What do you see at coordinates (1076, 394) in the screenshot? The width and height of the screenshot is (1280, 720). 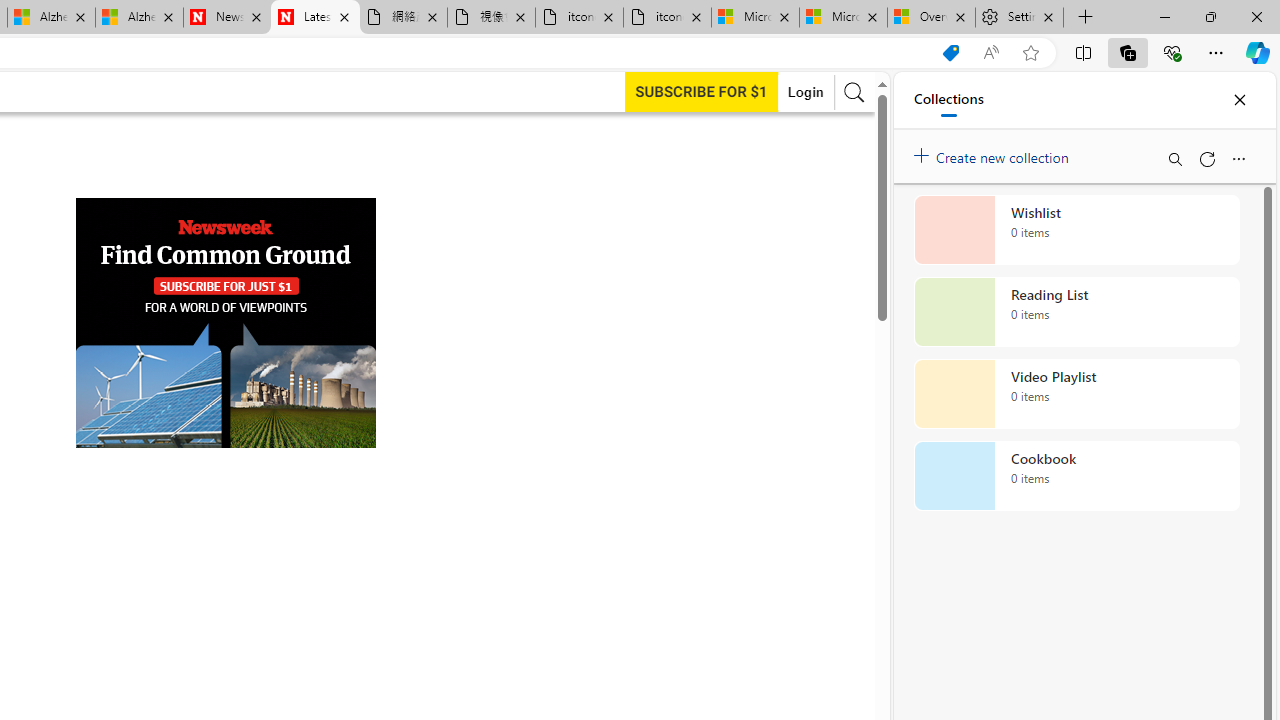 I see `'Video Playlist collection, 0 items'` at bounding box center [1076, 394].